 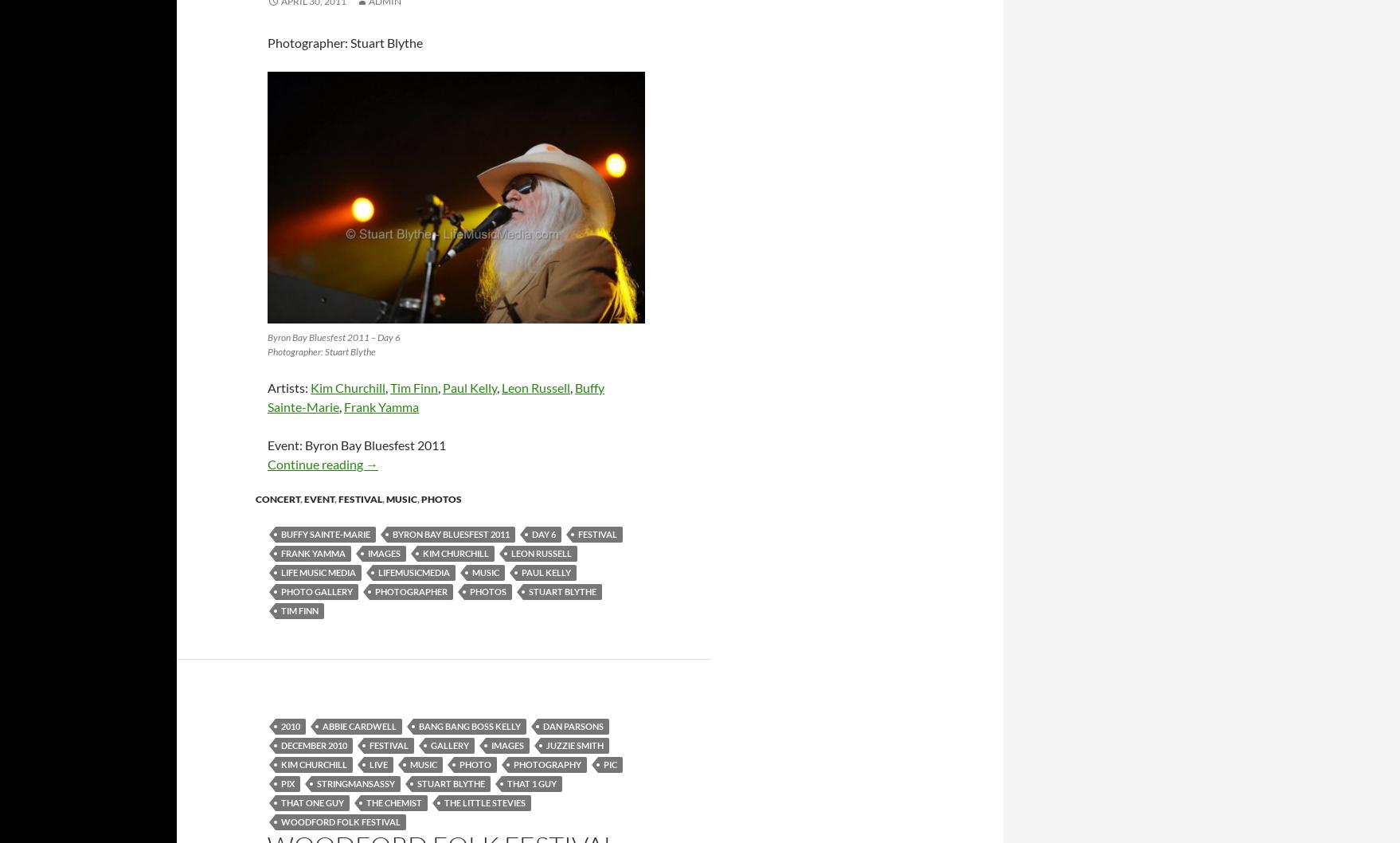 I want to click on 'Day 6', so click(x=543, y=532).